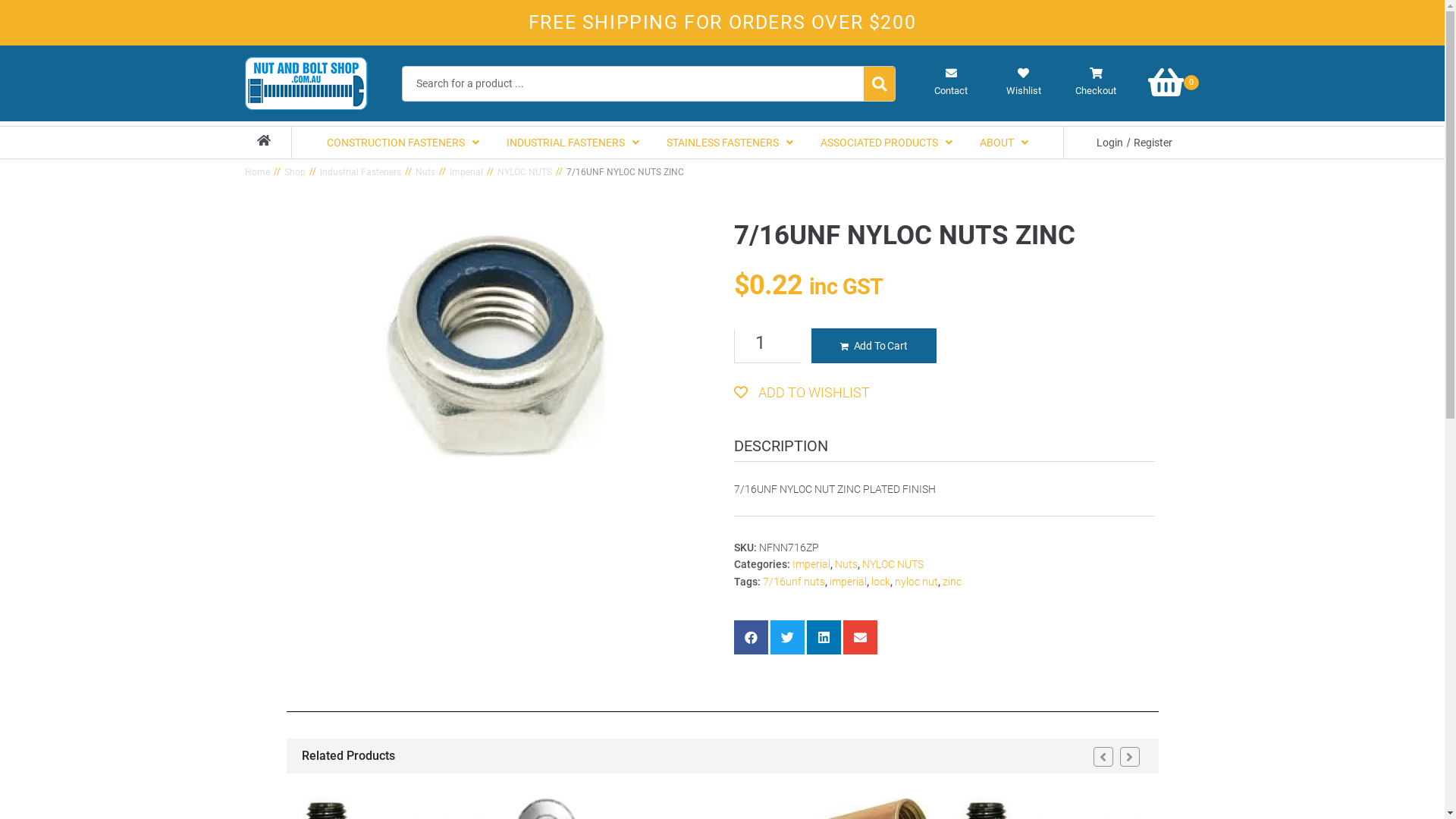 This screenshot has width=1456, height=819. What do you see at coordinates (572, 143) in the screenshot?
I see `'INDUSTRIAL FASTENERS'` at bounding box center [572, 143].